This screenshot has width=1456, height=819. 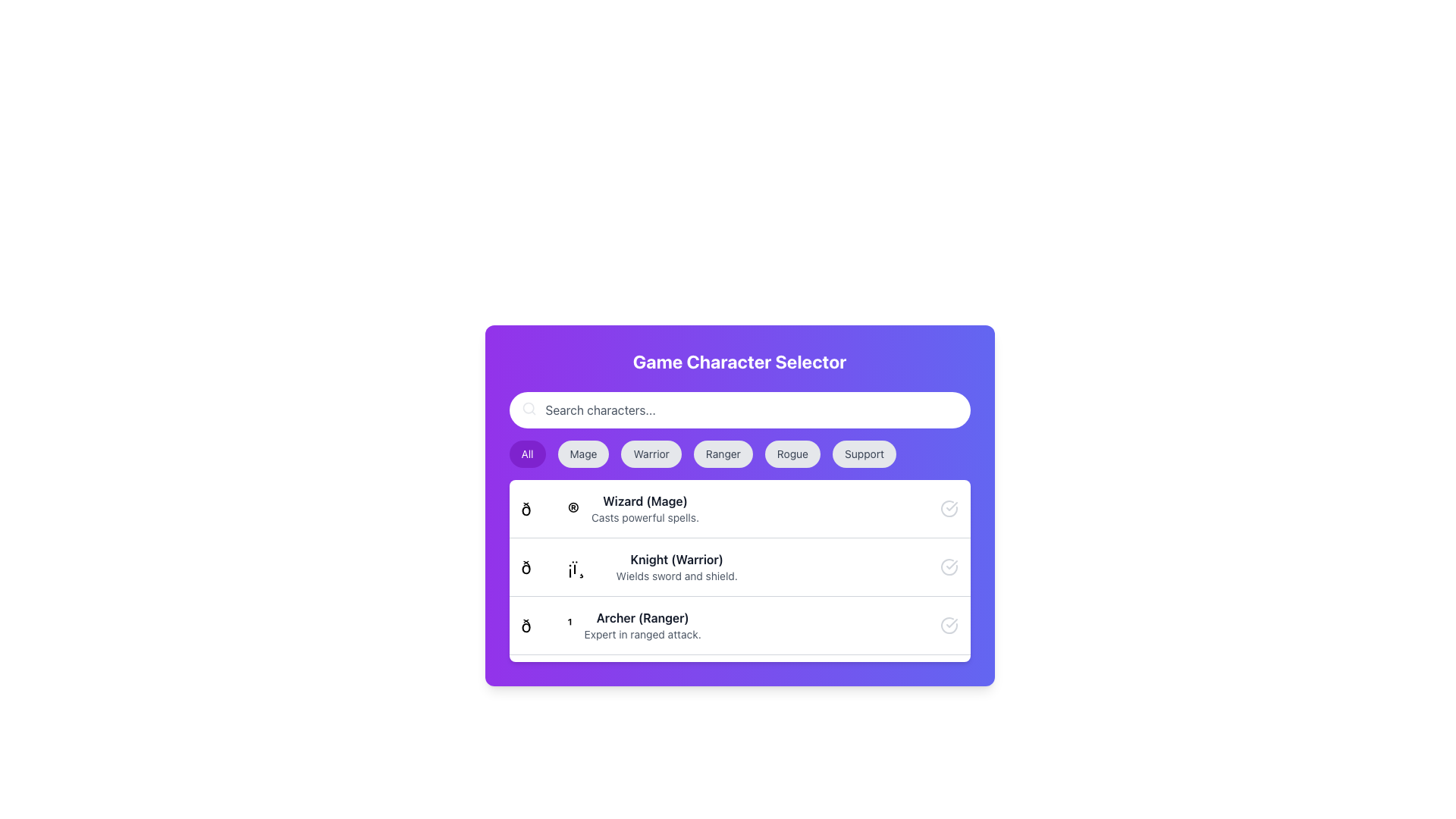 What do you see at coordinates (948, 567) in the screenshot?
I see `the icon on the right side of the 'Knight (Warrior)' entry in the Game Character Selector` at bounding box center [948, 567].